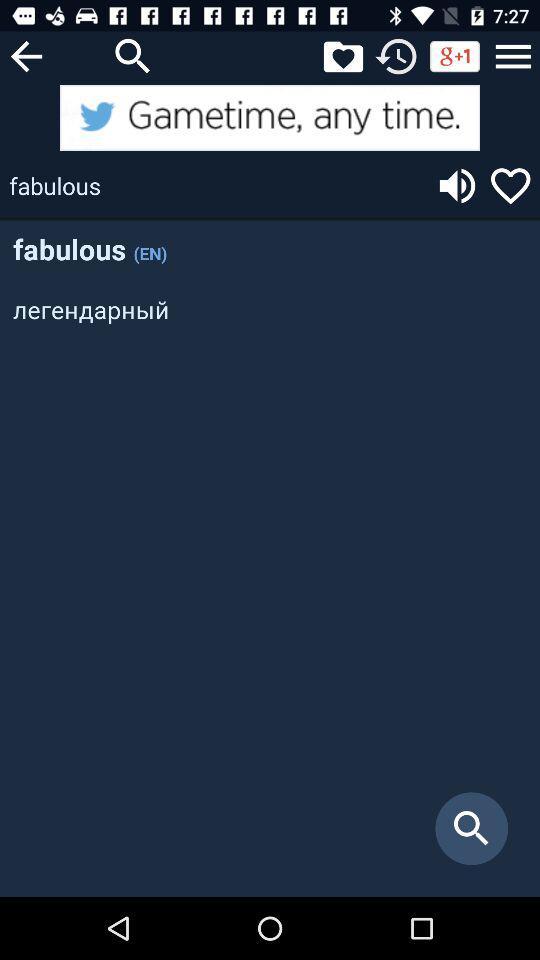  I want to click on search button, so click(133, 55).